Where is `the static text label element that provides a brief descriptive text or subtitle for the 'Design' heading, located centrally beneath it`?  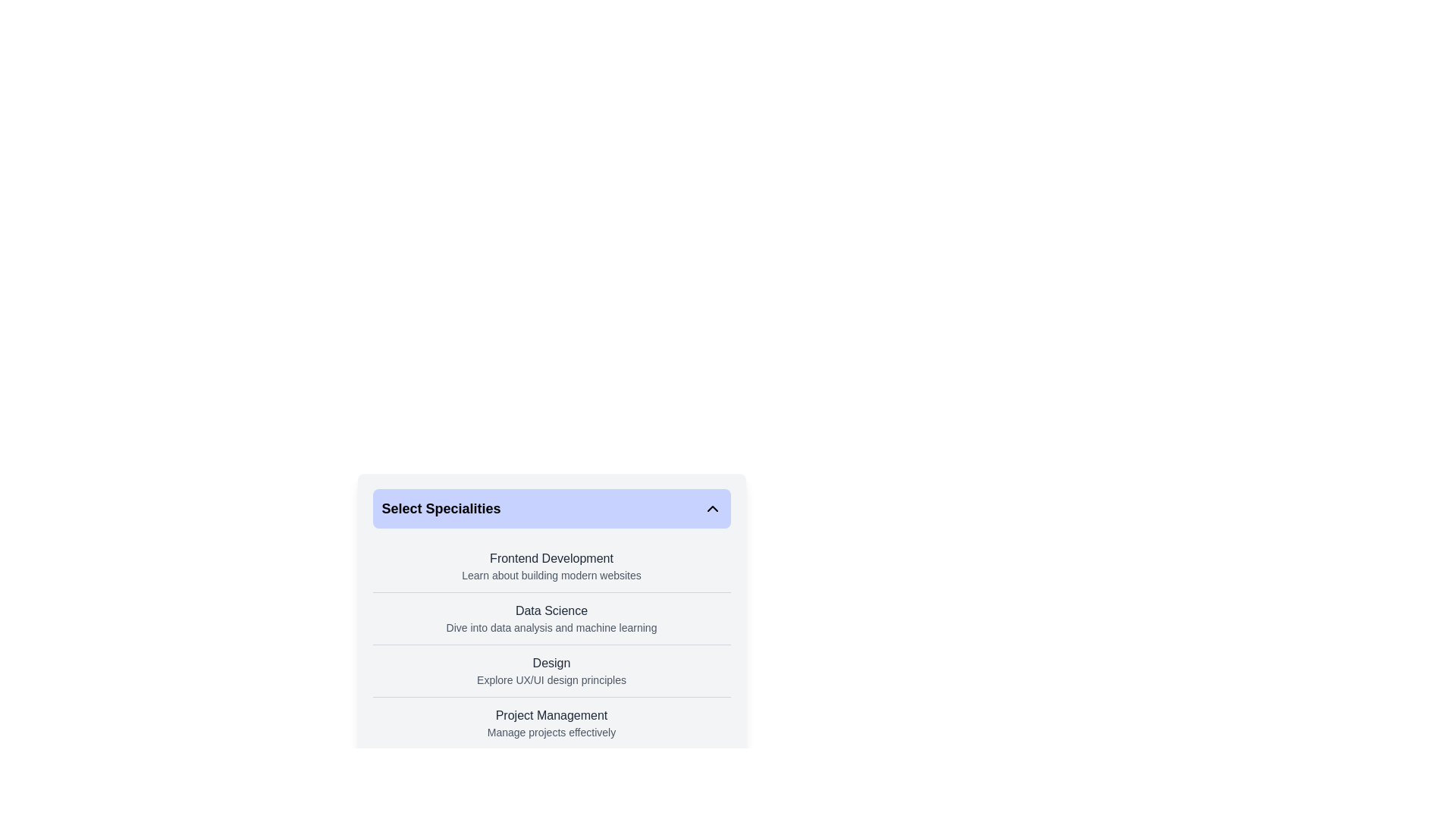
the static text label element that provides a brief descriptive text or subtitle for the 'Design' heading, located centrally beneath it is located at coordinates (551, 679).